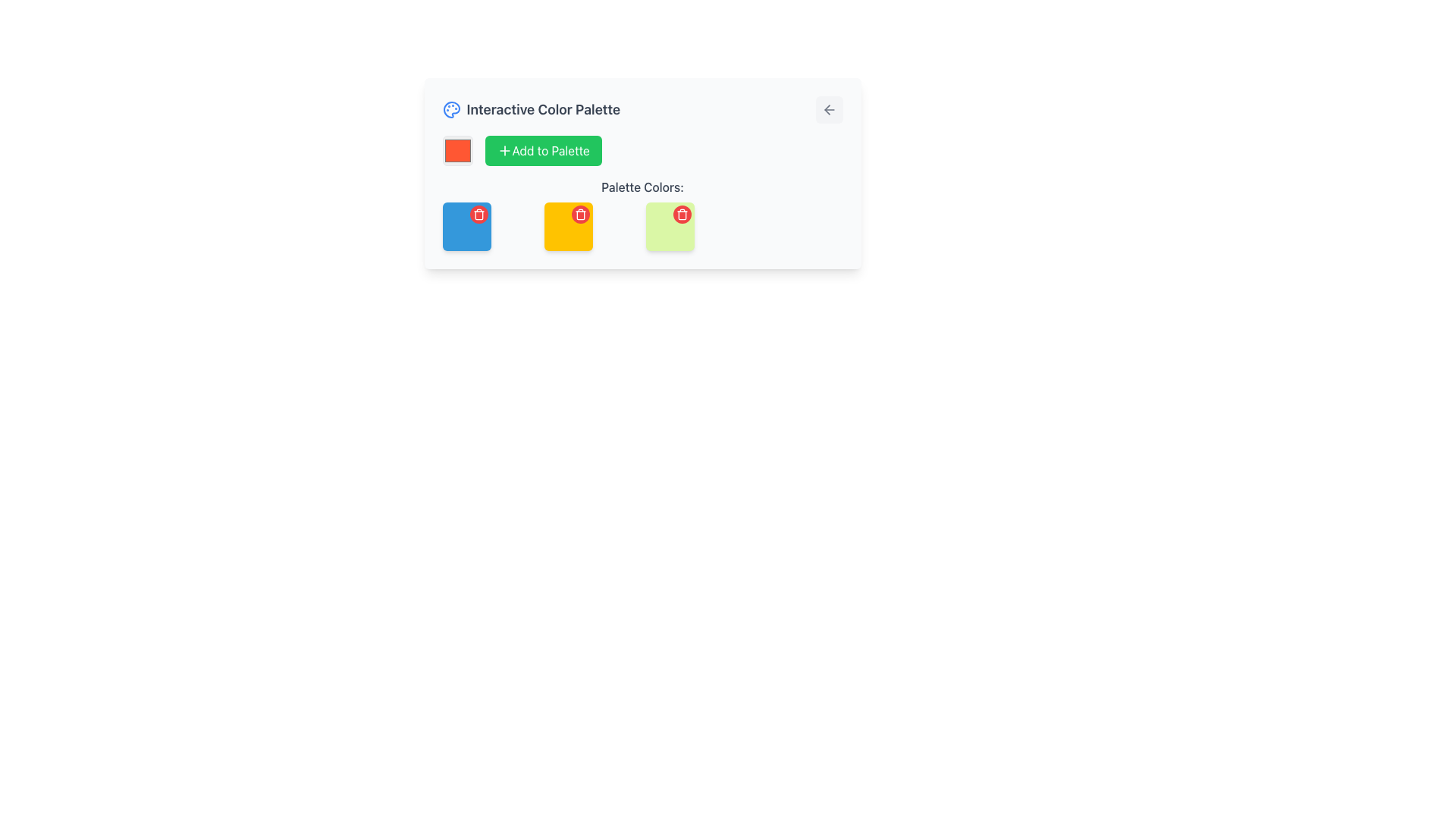 This screenshot has width=1456, height=819. I want to click on the delete button located in the top-right corner of the yellow color tile in the palette, so click(579, 214).